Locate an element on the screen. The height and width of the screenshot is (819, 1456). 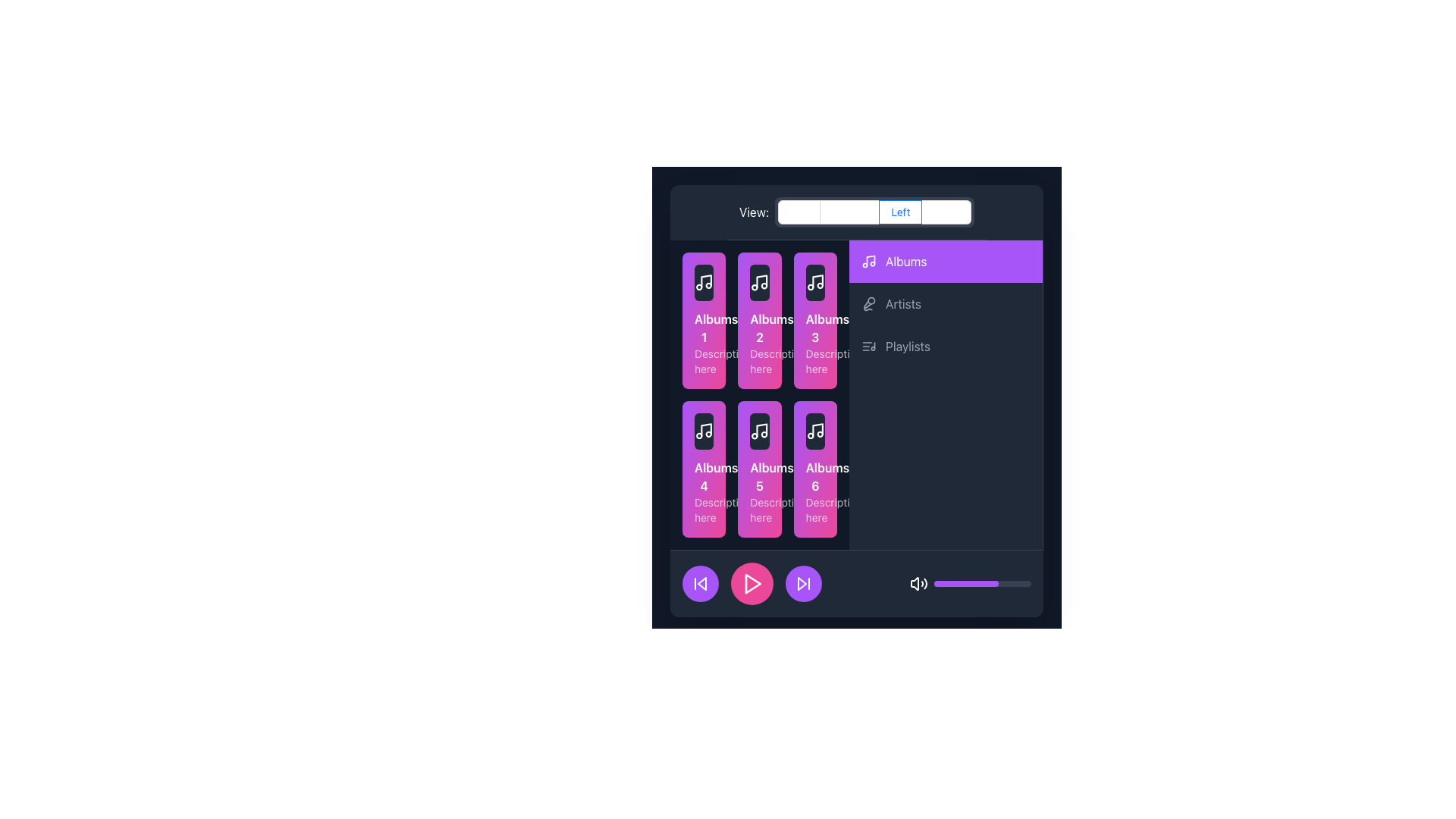
the volume is located at coordinates (996, 583).